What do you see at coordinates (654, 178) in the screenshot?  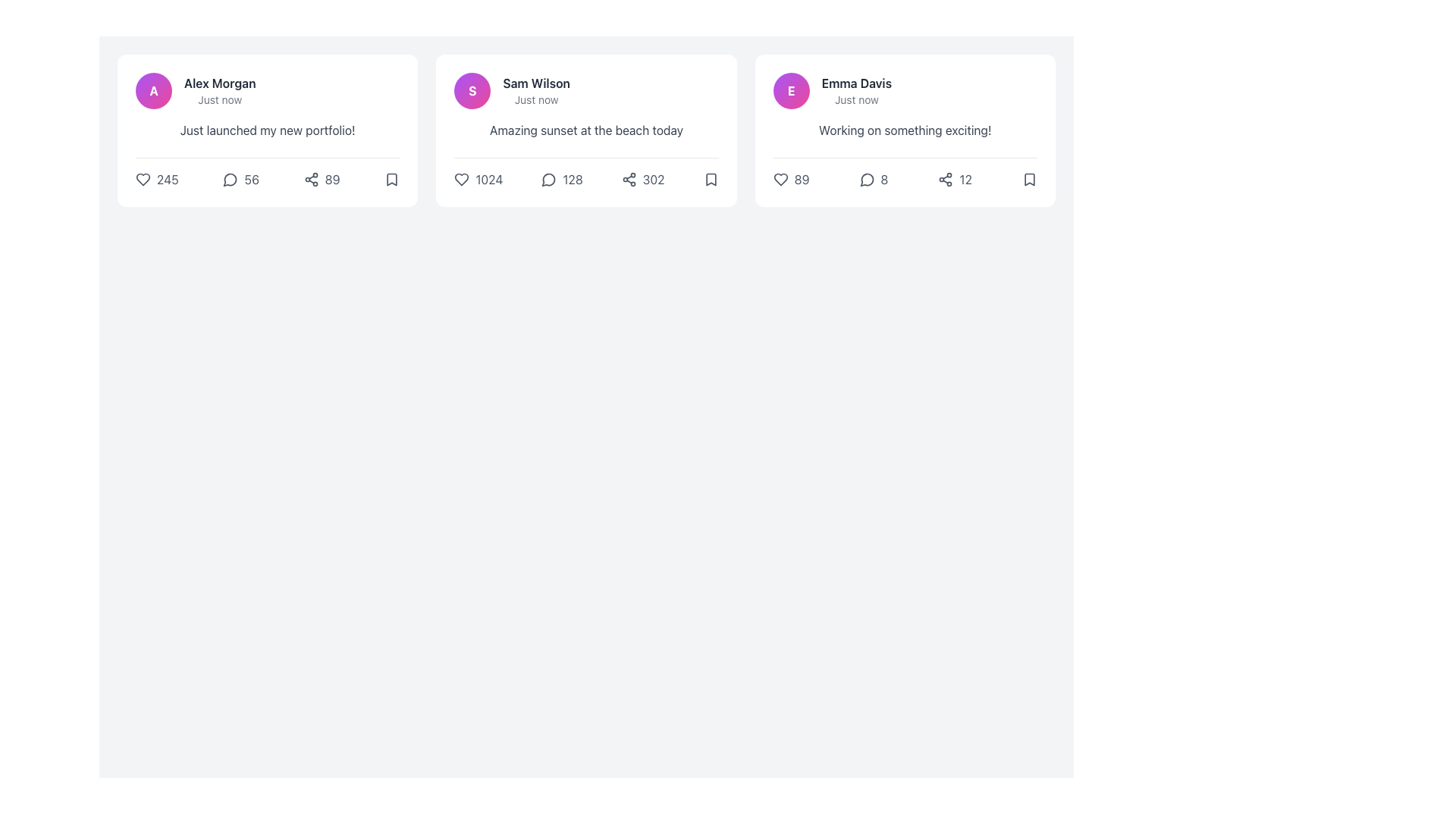 I see `number '302' from the text label displayed in light gray font, which is located adjacent to the share icon in the user interaction statistics of Sam Wilson's post` at bounding box center [654, 178].